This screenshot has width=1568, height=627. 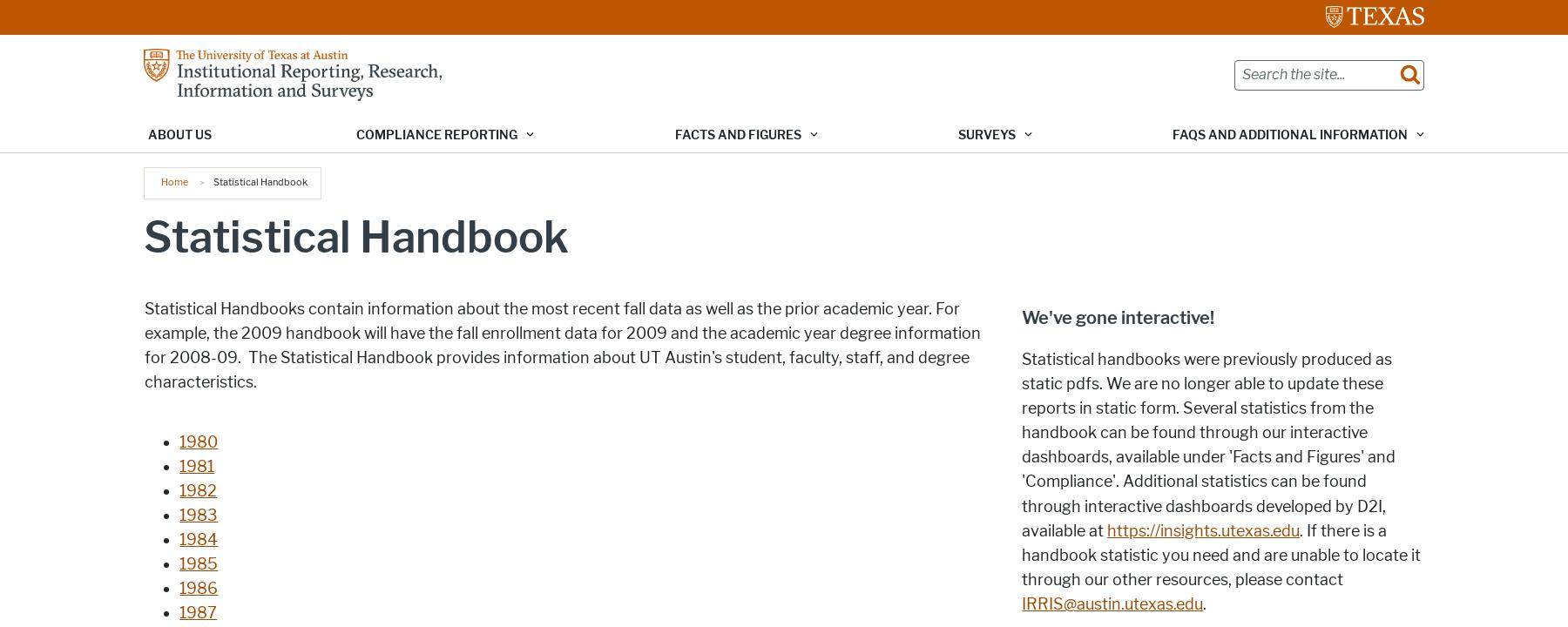 What do you see at coordinates (198, 588) in the screenshot?
I see `'1986'` at bounding box center [198, 588].